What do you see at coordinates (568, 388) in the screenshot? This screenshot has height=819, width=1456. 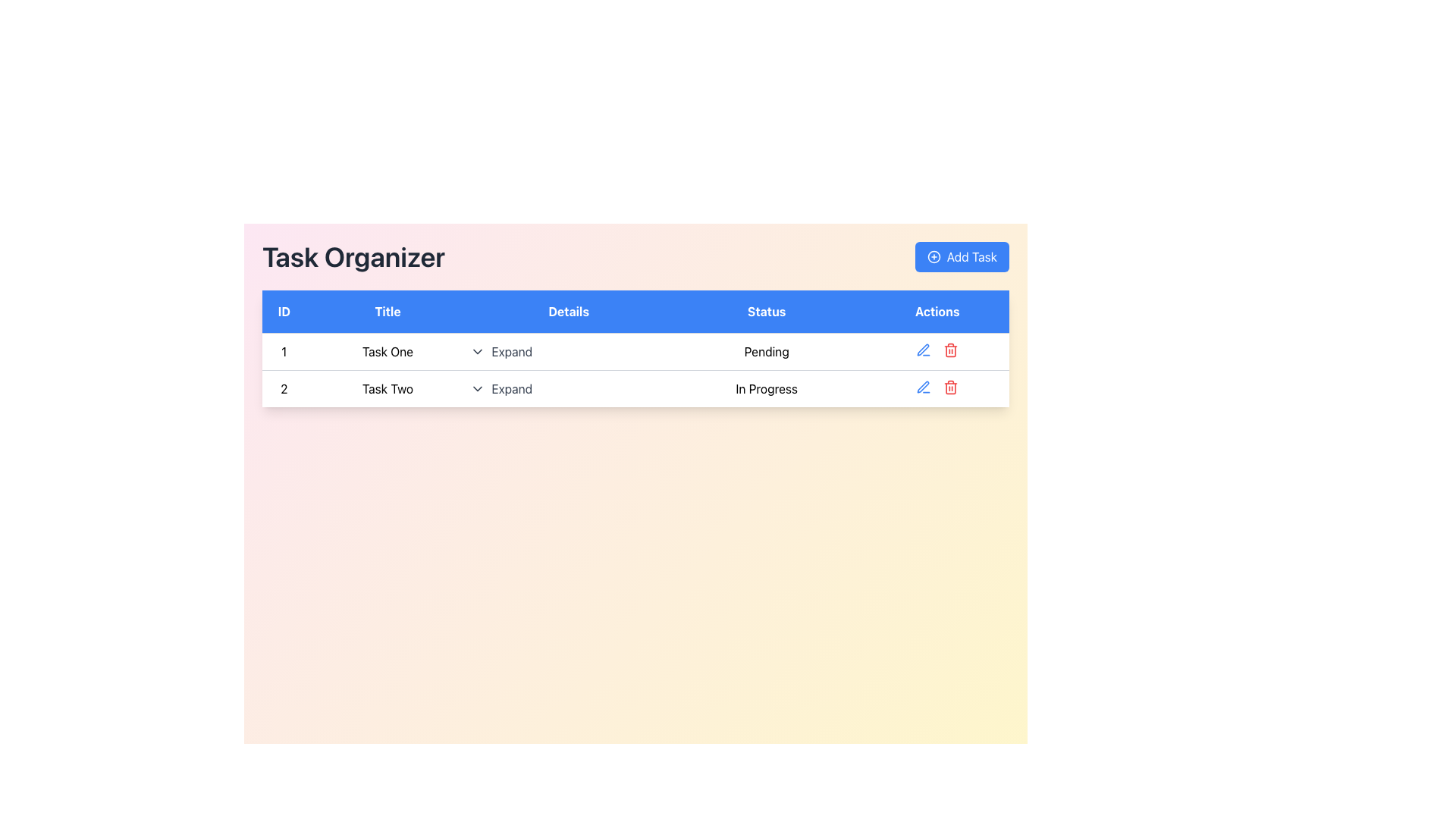 I see `the collapsible button located in the table row associated with 'Task Two' under the 'Details' column to enhance accessibility` at bounding box center [568, 388].